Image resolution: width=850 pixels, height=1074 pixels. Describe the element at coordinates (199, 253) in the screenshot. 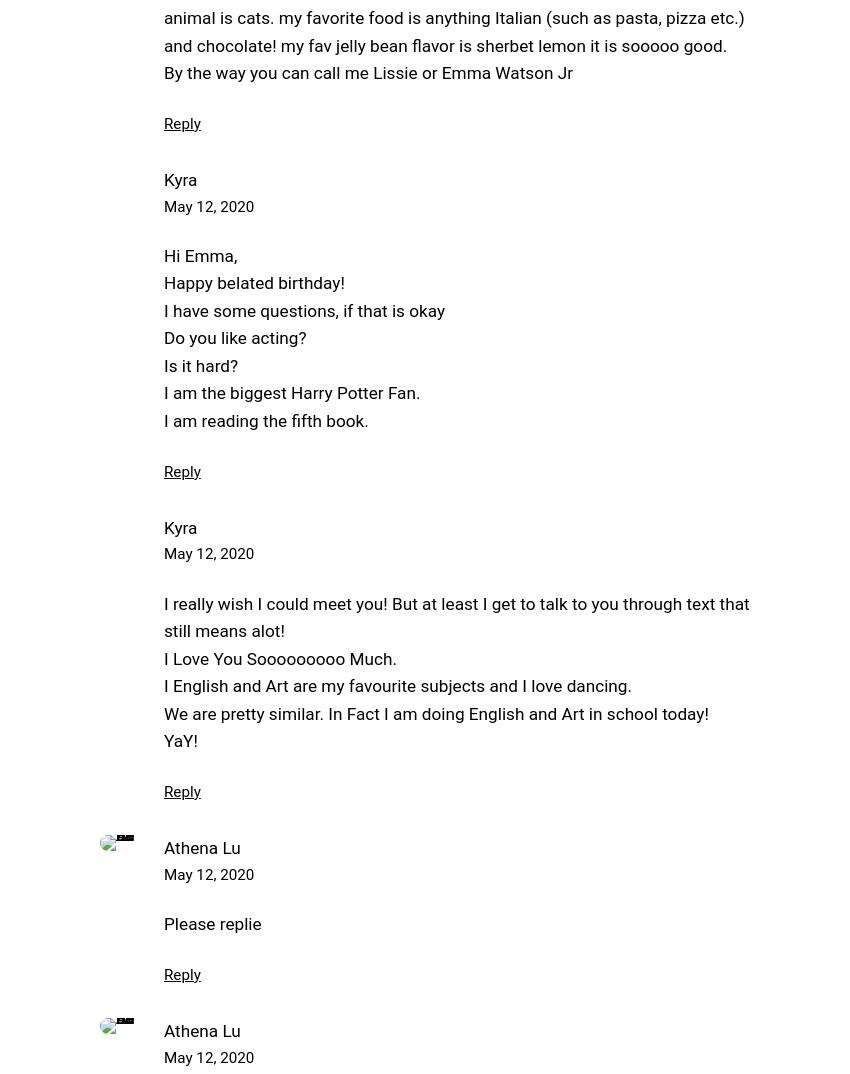

I see `'Hi Emma,'` at that location.